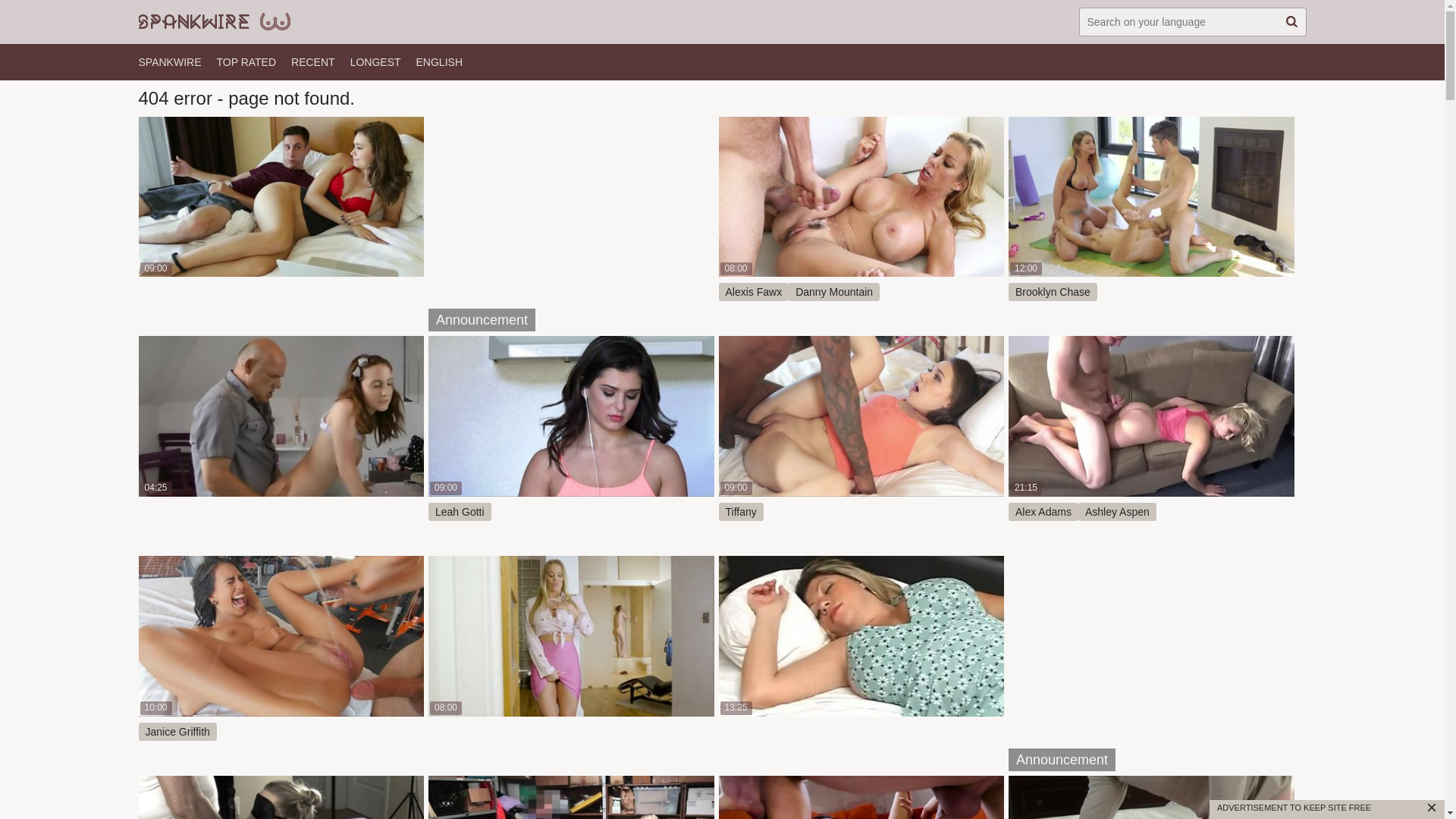 The image size is (1456, 819). Describe the element at coordinates (1117, 512) in the screenshot. I see `'Ashley Aspen'` at that location.